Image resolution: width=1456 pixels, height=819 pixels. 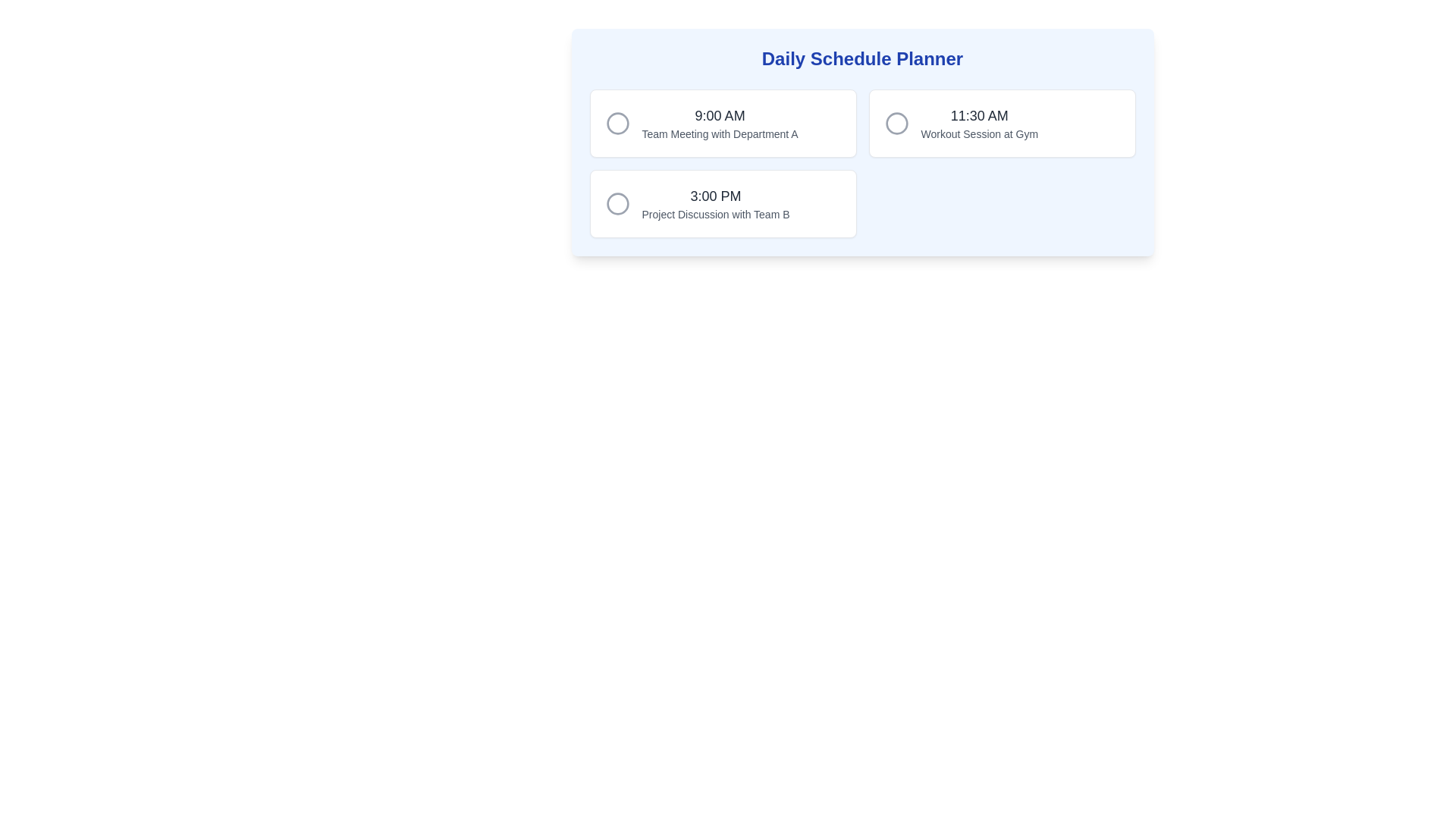 What do you see at coordinates (979, 115) in the screenshot?
I see `the text label displaying '11:30 AM' in bold, dark gray font located at the top-right side of the daily schedule planner interface` at bounding box center [979, 115].